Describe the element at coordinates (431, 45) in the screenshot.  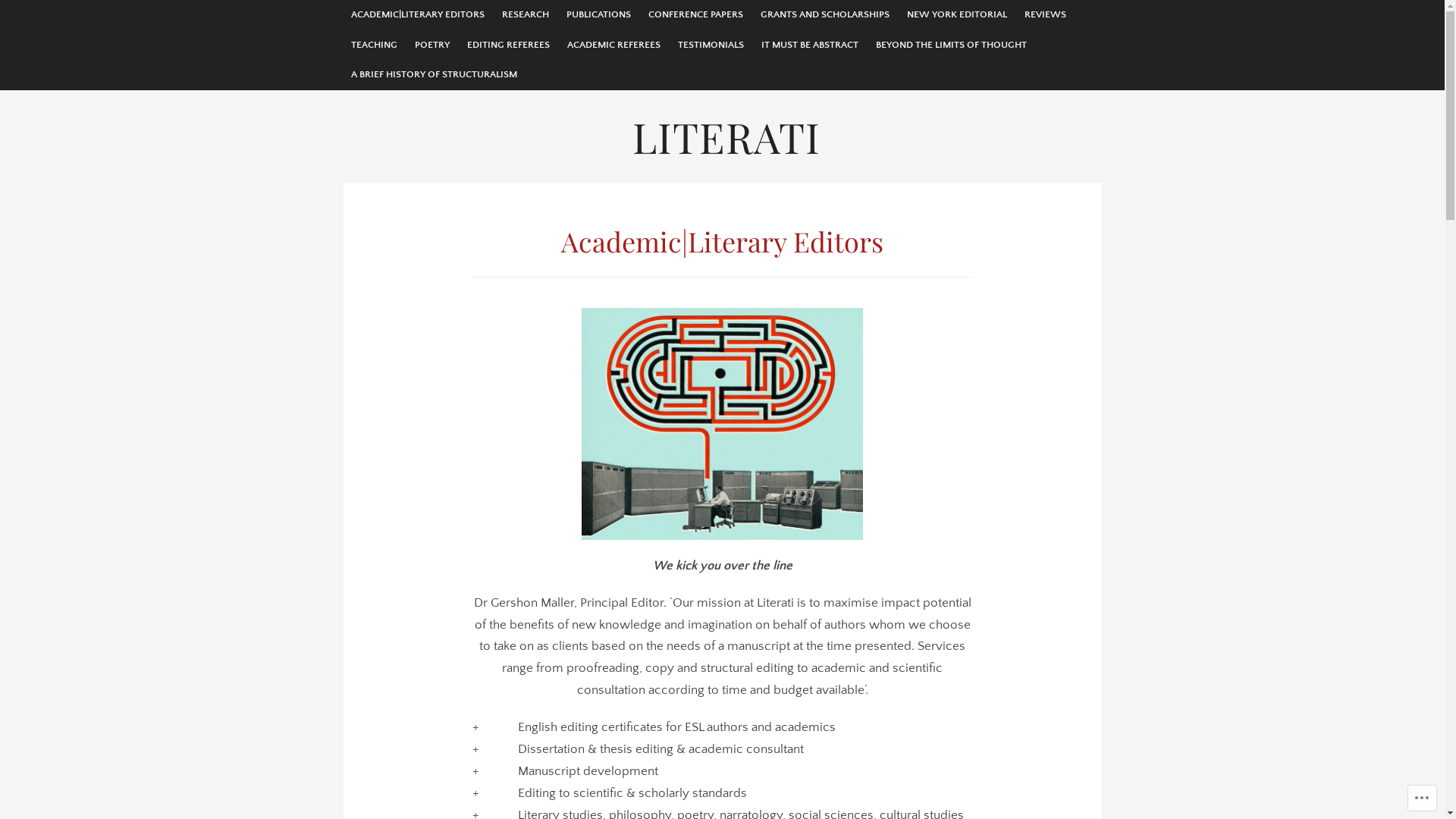
I see `'POETRY'` at that location.